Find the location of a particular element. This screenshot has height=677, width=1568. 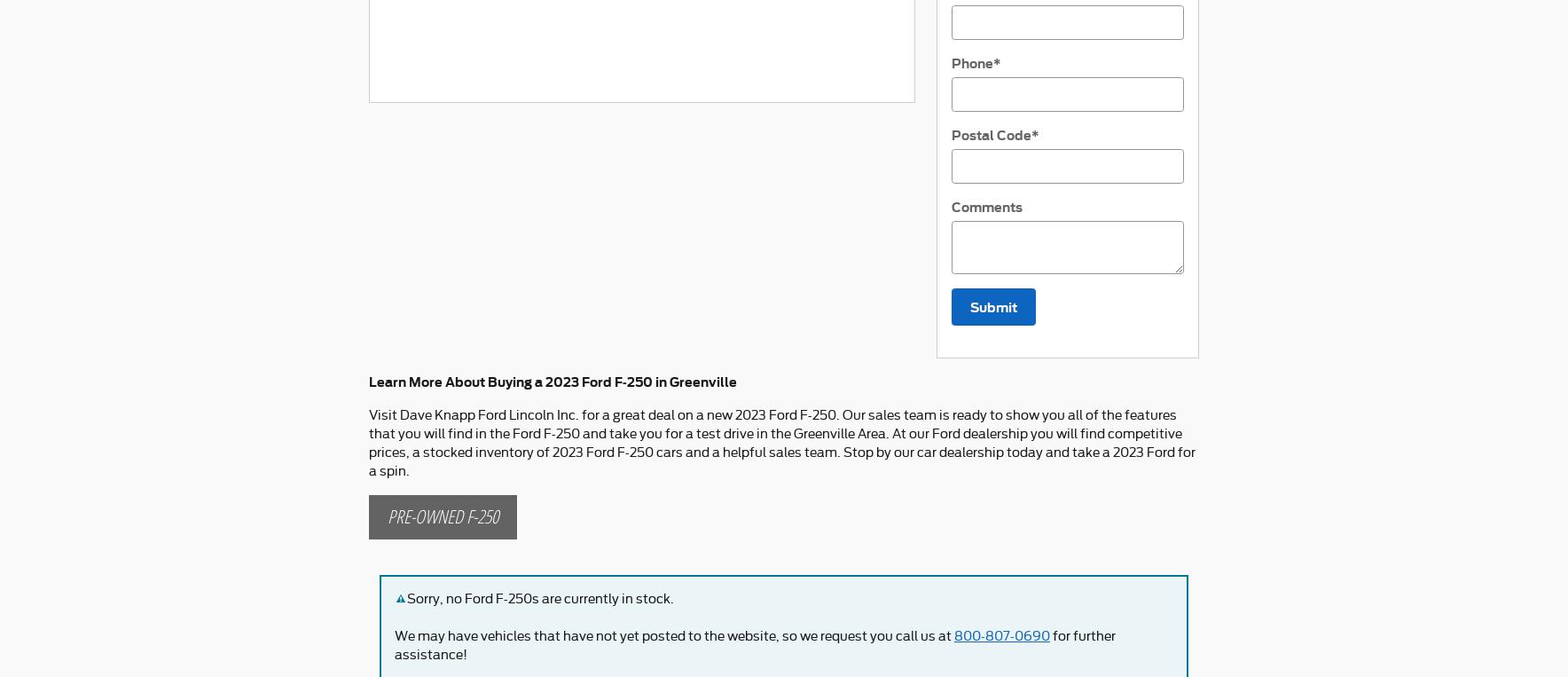

'800-807-0690' is located at coordinates (1001, 635).